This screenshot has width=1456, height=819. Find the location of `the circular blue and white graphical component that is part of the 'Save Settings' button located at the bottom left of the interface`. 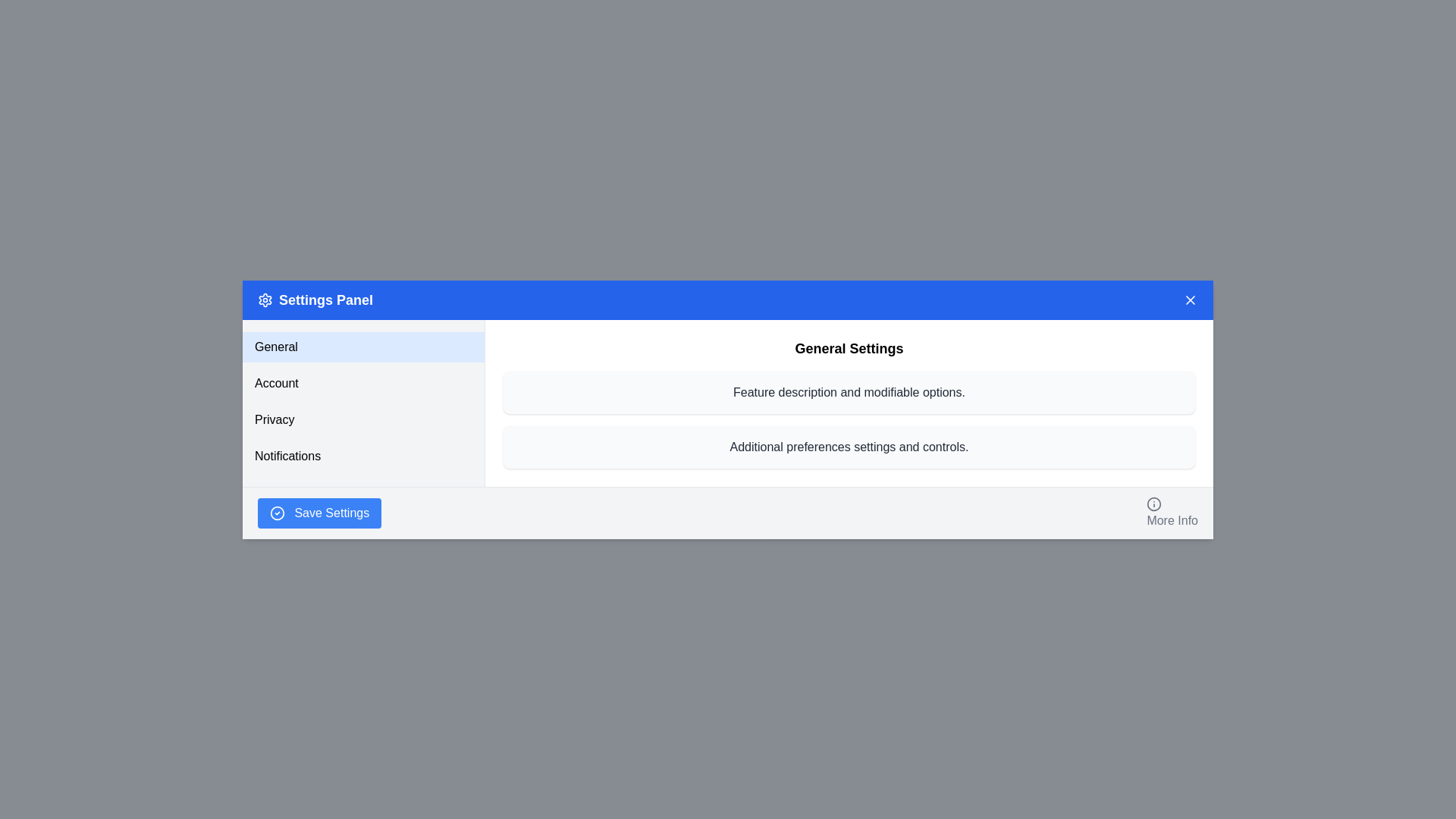

the circular blue and white graphical component that is part of the 'Save Settings' button located at the bottom left of the interface is located at coordinates (277, 513).